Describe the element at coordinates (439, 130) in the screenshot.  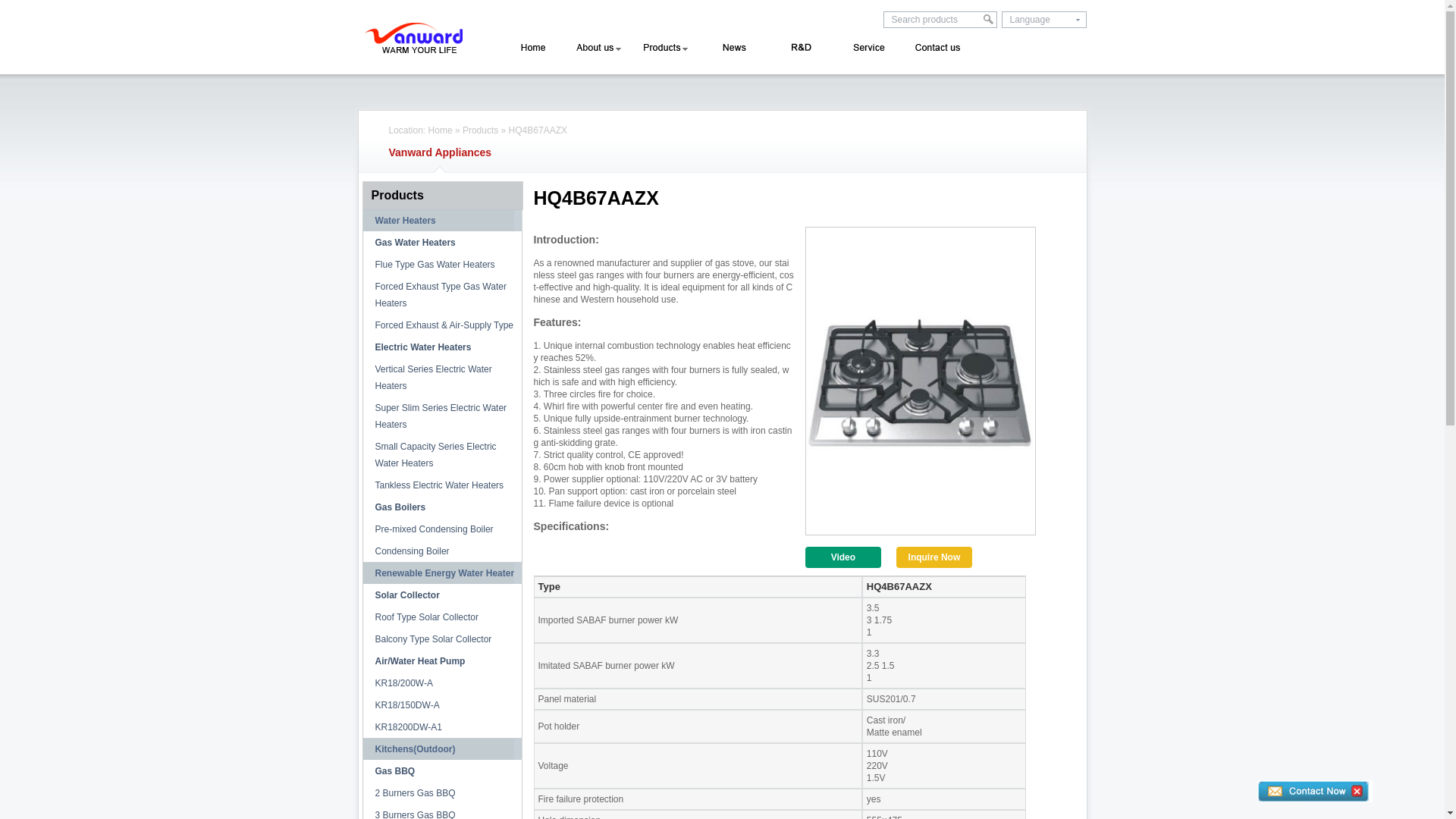
I see `'Home'` at that location.